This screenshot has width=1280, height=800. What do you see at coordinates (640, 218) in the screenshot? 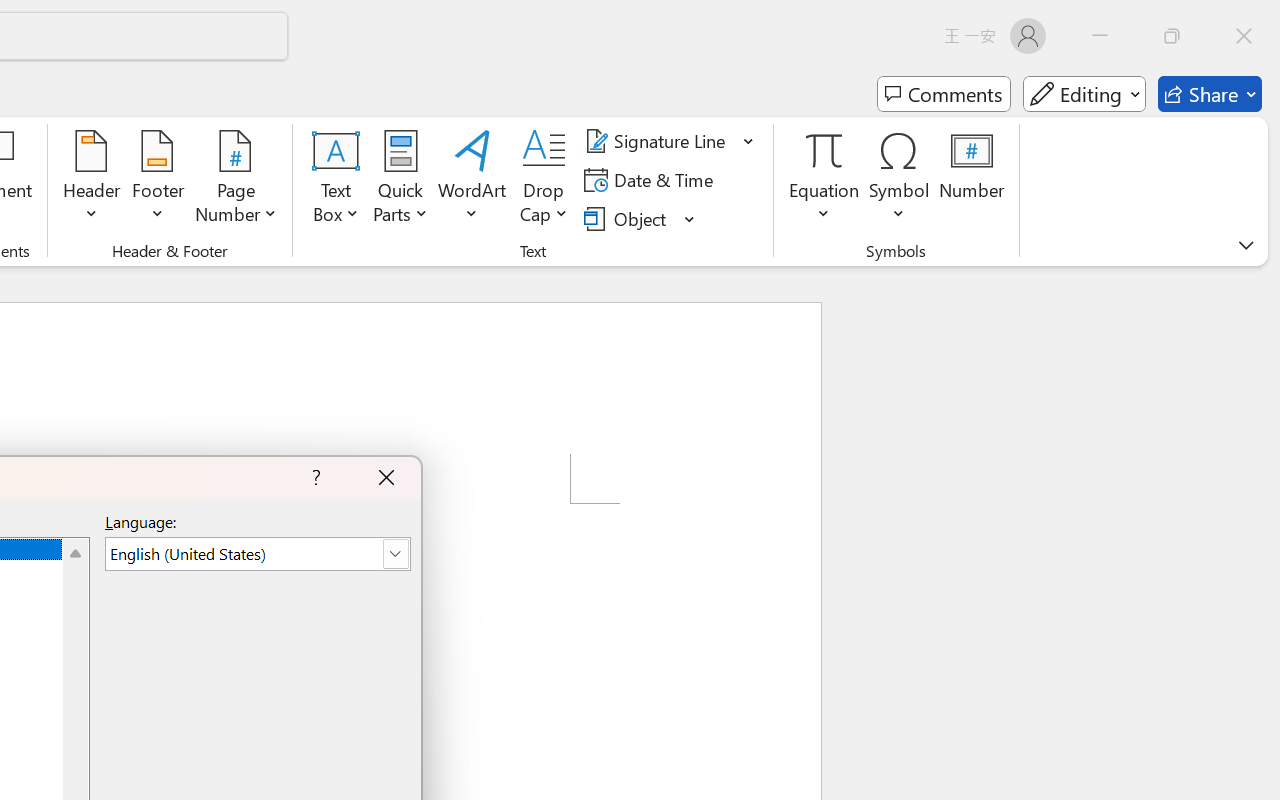
I see `'Object...'` at bounding box center [640, 218].